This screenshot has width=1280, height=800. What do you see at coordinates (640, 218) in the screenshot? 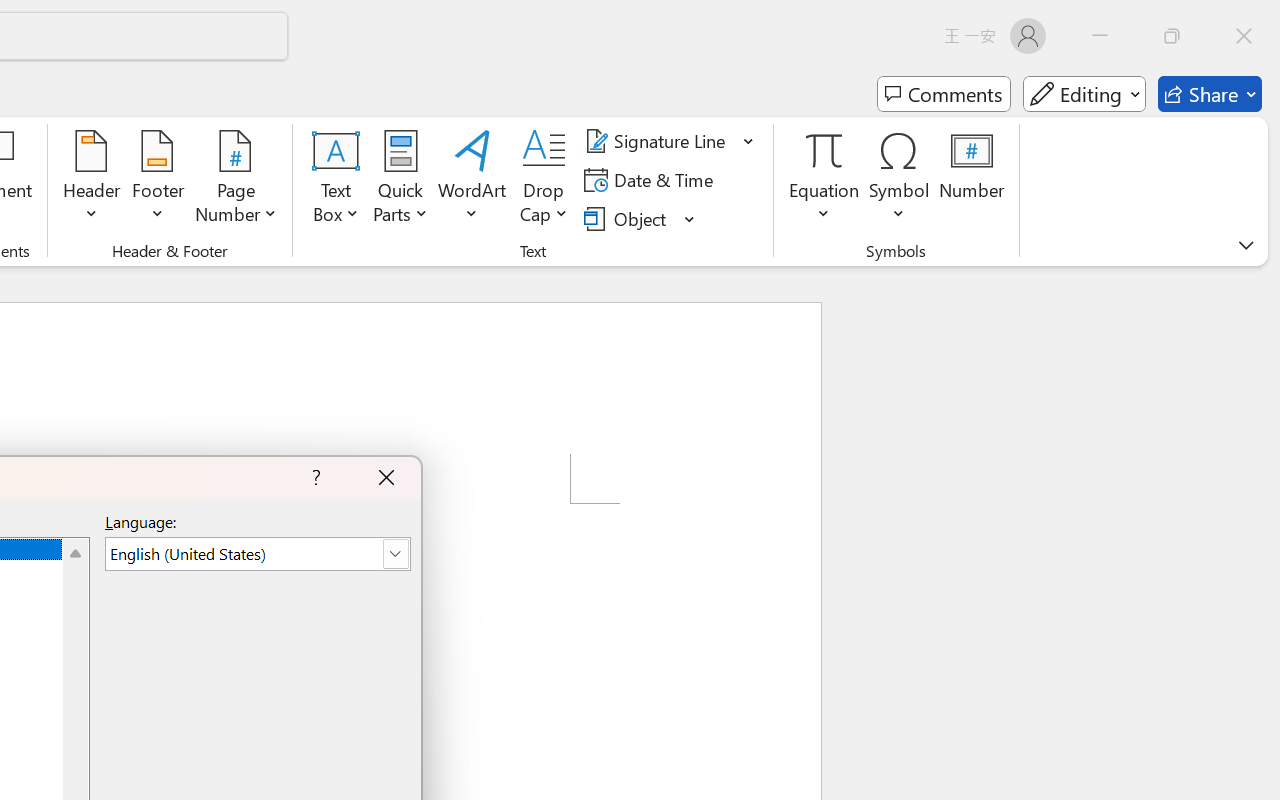
I see `'Object...'` at bounding box center [640, 218].